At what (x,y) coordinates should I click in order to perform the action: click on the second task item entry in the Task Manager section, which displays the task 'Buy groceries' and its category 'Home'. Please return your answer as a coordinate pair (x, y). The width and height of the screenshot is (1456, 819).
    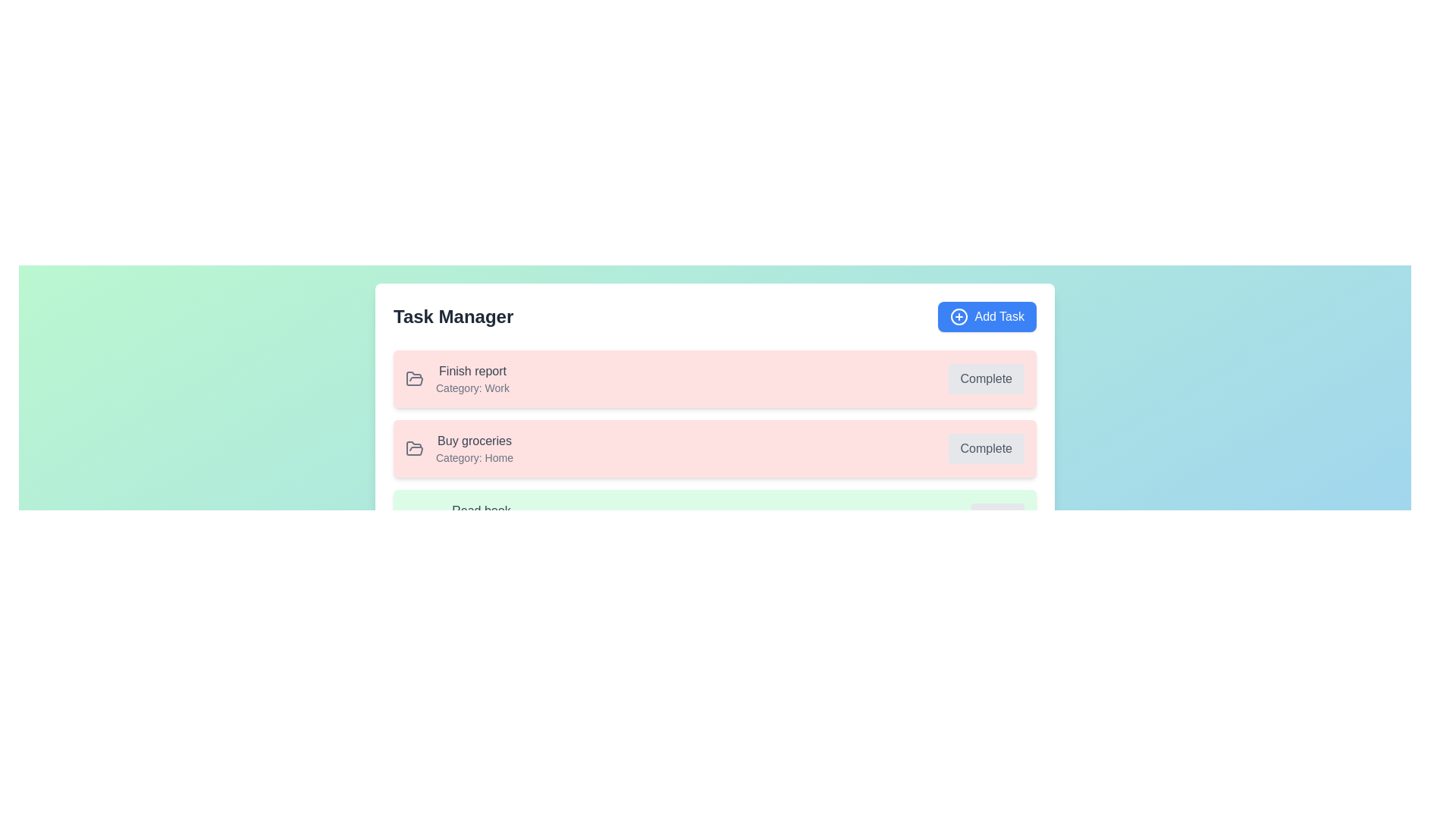
    Looking at the image, I should click on (714, 447).